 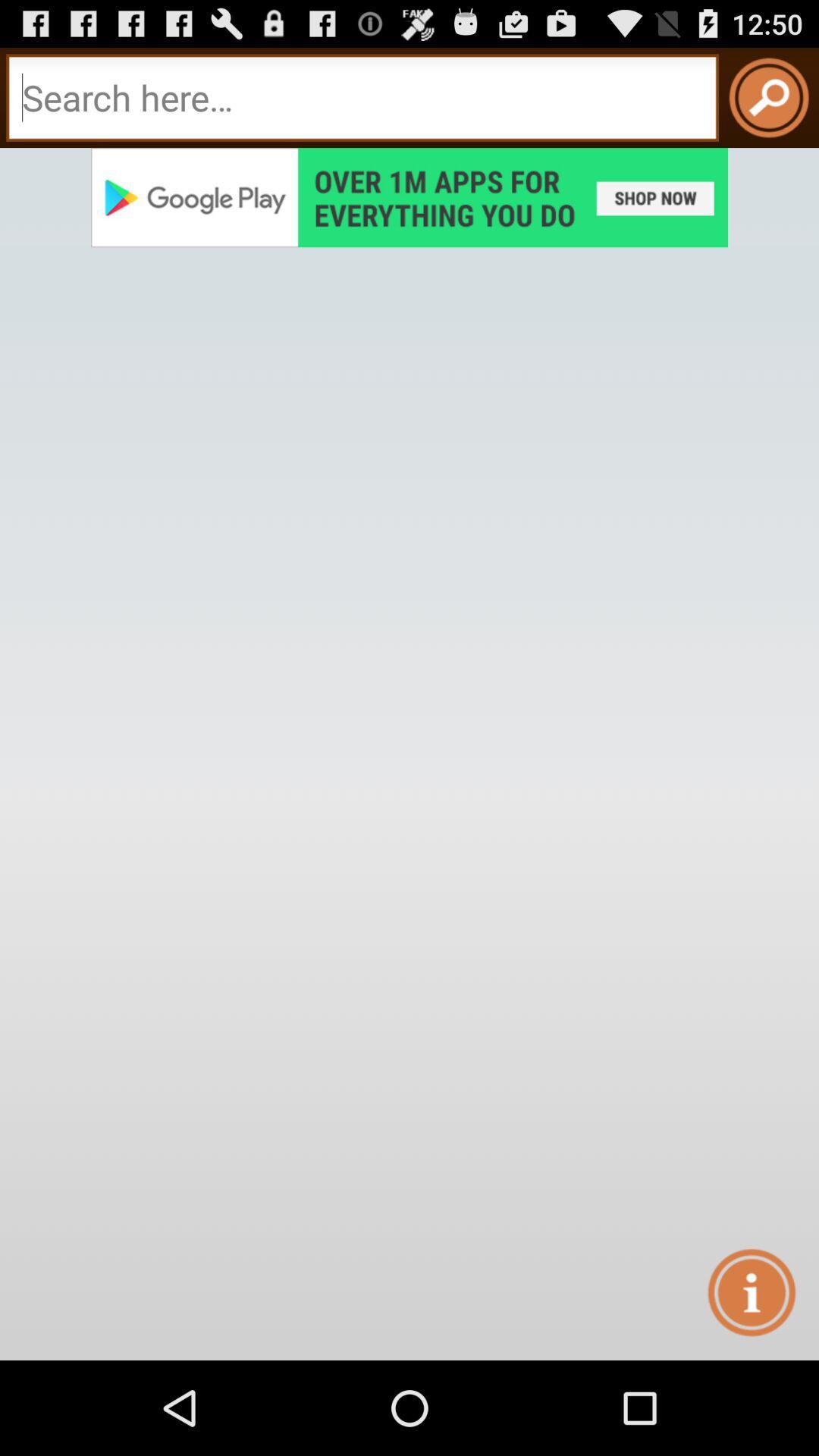 What do you see at coordinates (362, 97) in the screenshot?
I see `search option` at bounding box center [362, 97].